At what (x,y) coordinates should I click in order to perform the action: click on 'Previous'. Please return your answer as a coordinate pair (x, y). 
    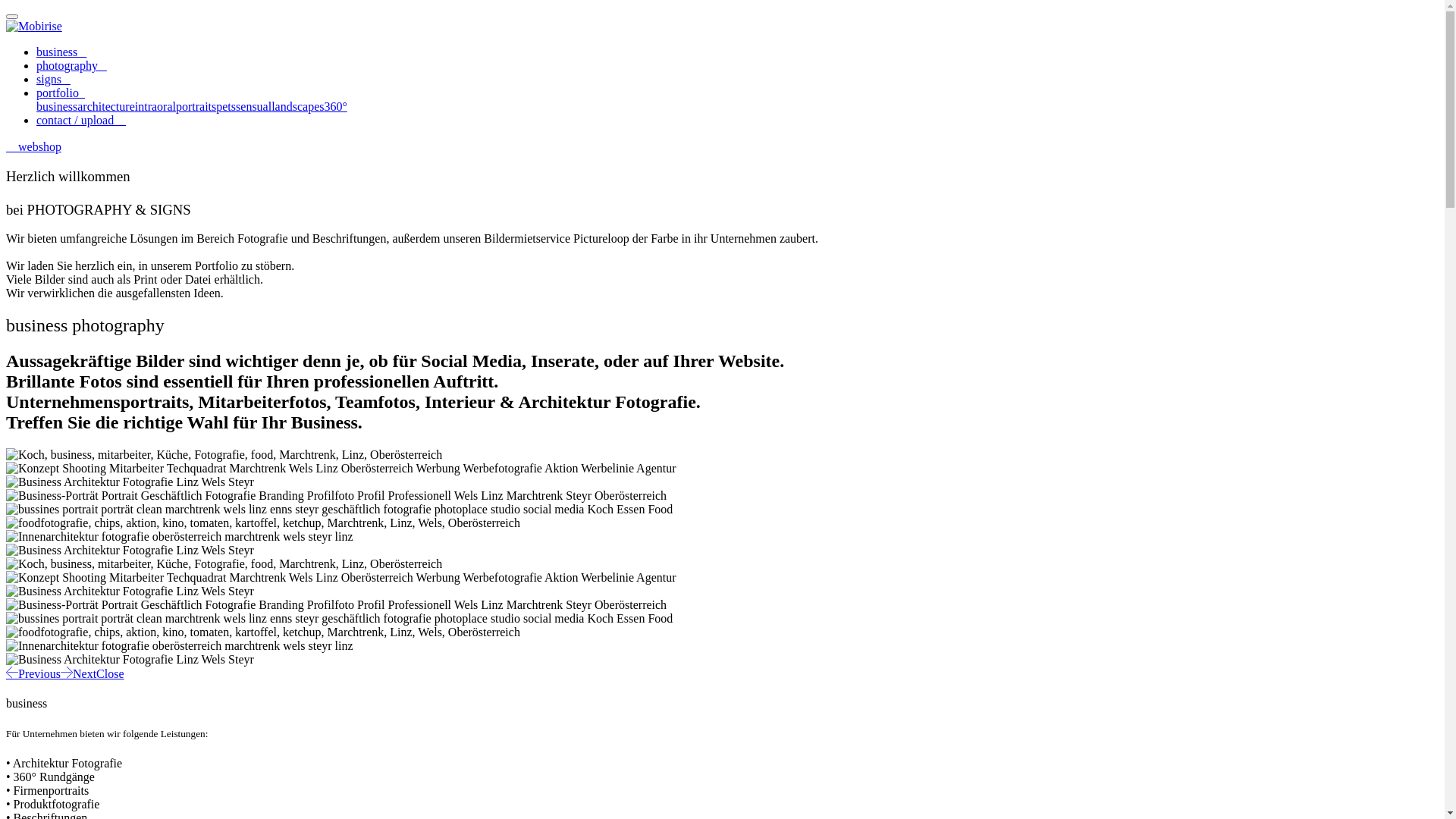
    Looking at the image, I should click on (33, 673).